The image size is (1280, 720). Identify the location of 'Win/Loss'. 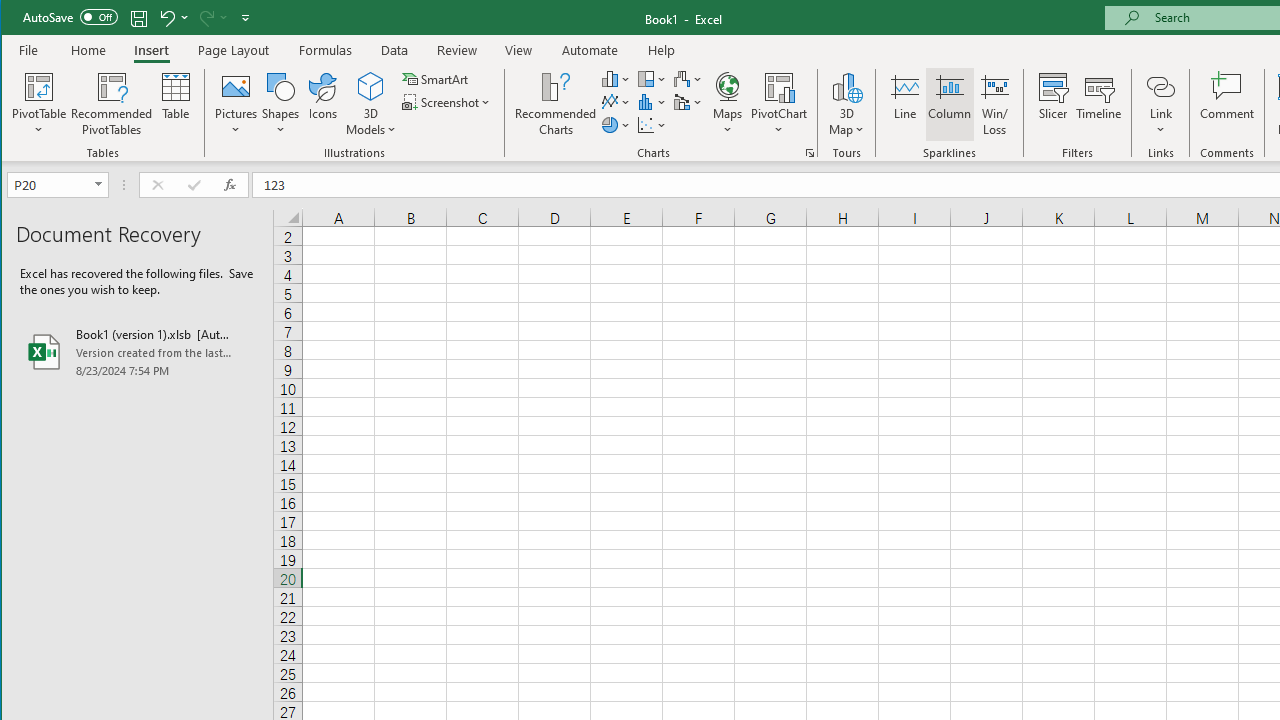
(995, 104).